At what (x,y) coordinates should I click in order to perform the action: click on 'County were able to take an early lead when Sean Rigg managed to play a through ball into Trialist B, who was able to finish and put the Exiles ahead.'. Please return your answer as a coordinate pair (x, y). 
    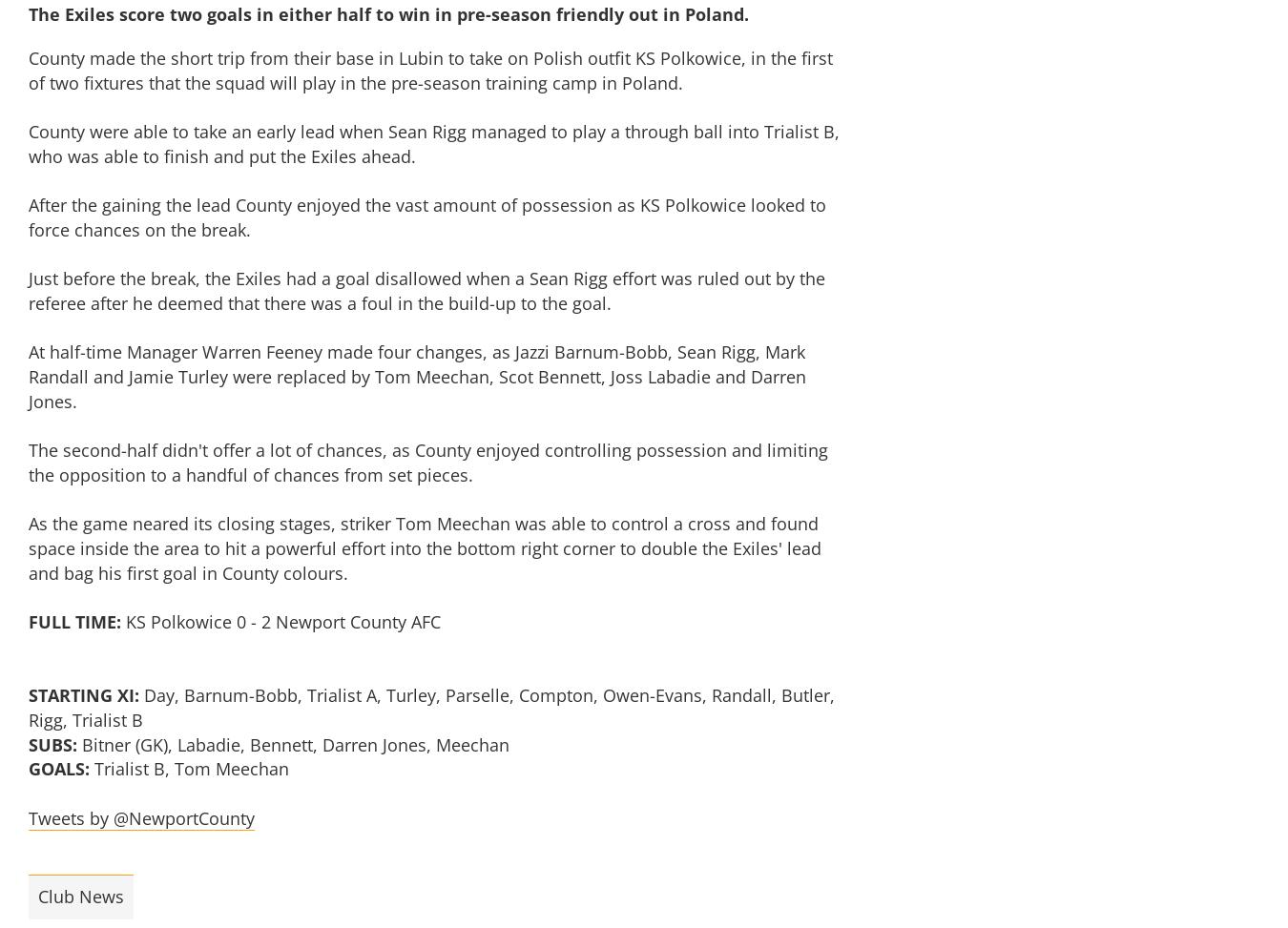
    Looking at the image, I should click on (432, 143).